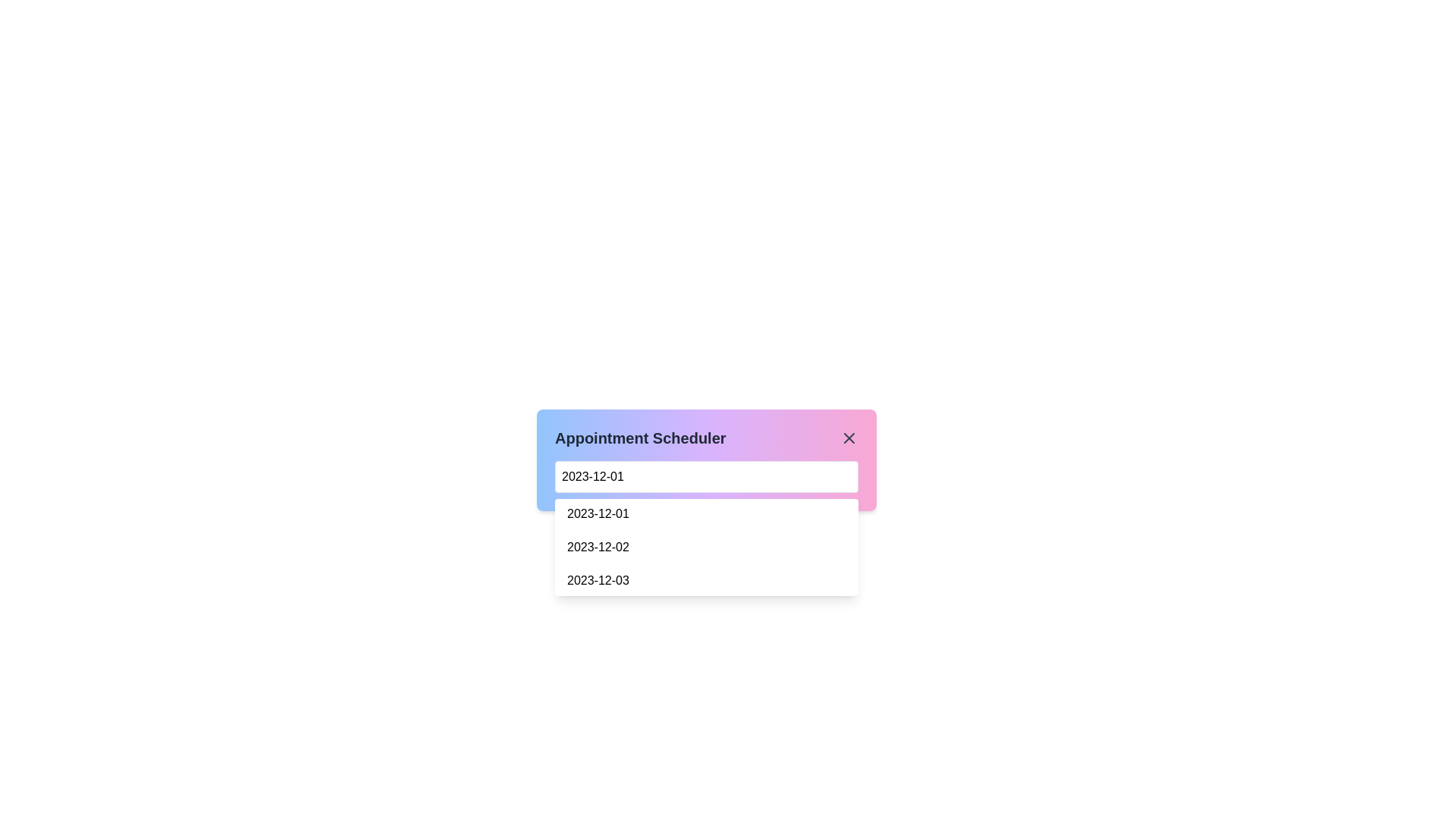  I want to click on the close button represented by an 'X' icon situated at the top-right corner of the modal labeled 'Appointment Scheduler', so click(848, 438).